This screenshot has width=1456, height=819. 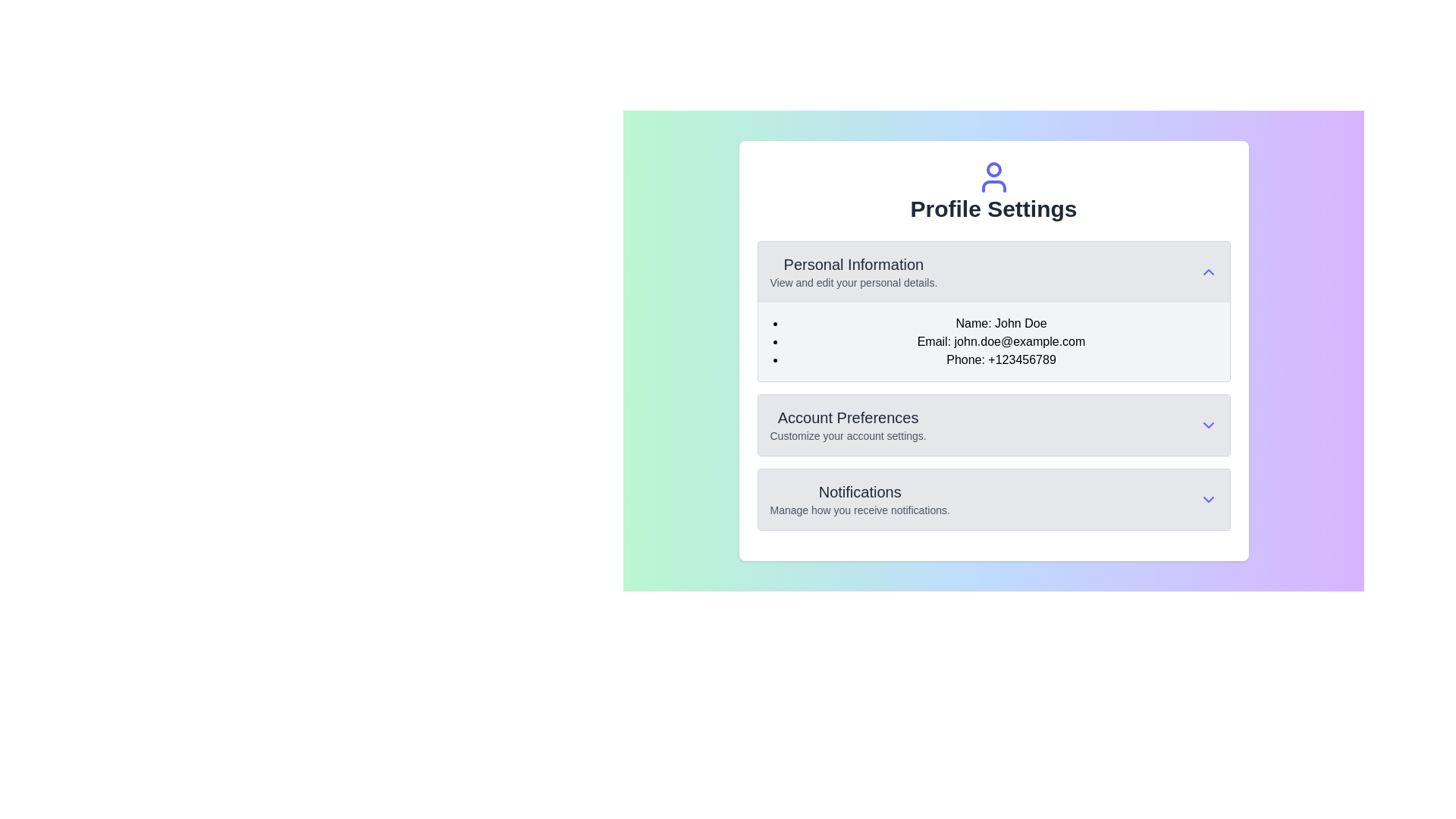 I want to click on the second item in the vertical list that allows users to manage their account preferences, so click(x=993, y=425).